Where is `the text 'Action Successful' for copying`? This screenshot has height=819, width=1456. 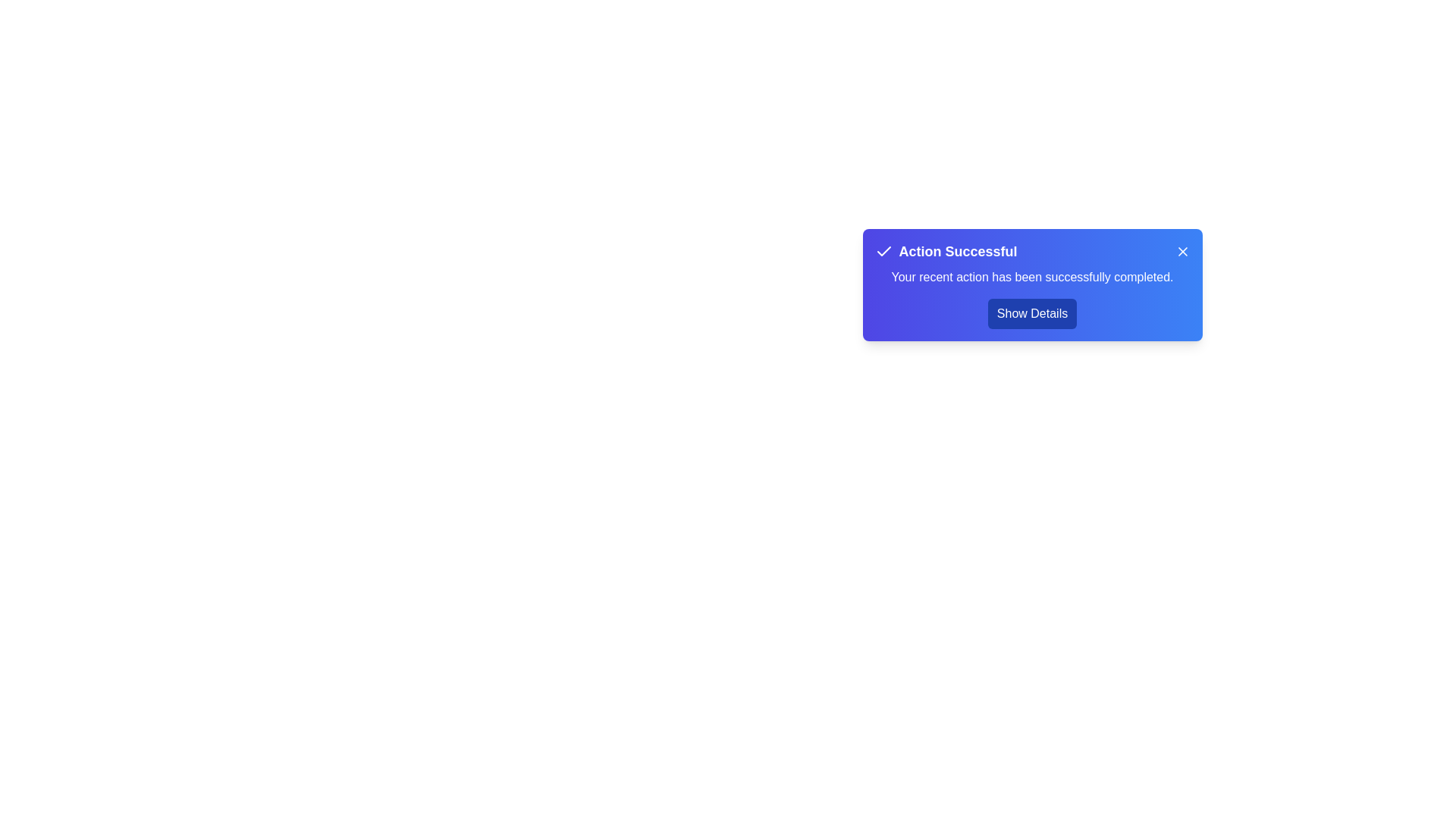 the text 'Action Successful' for copying is located at coordinates (945, 250).